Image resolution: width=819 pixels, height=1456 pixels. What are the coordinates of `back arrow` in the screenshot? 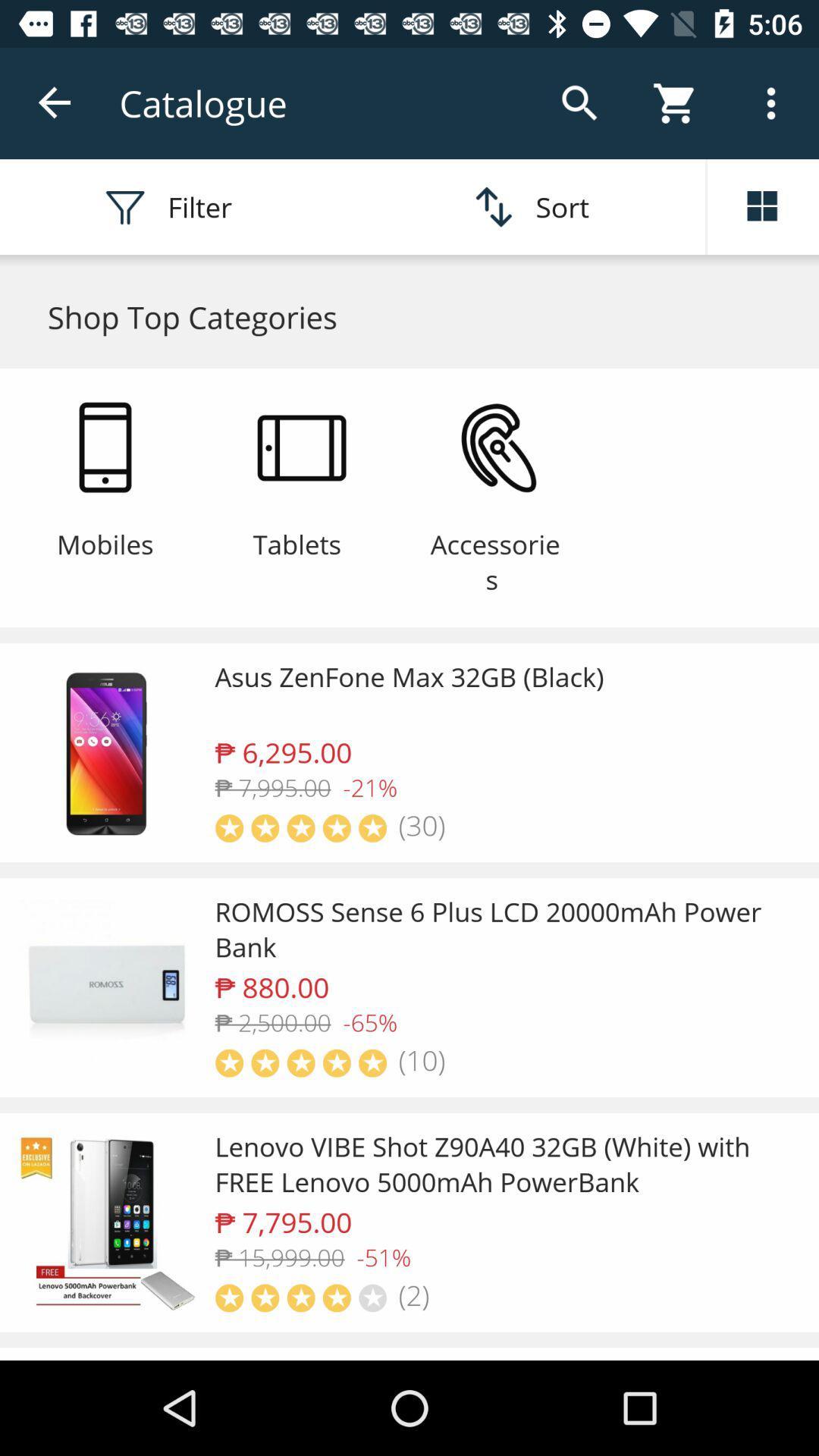 It's located at (55, 102).